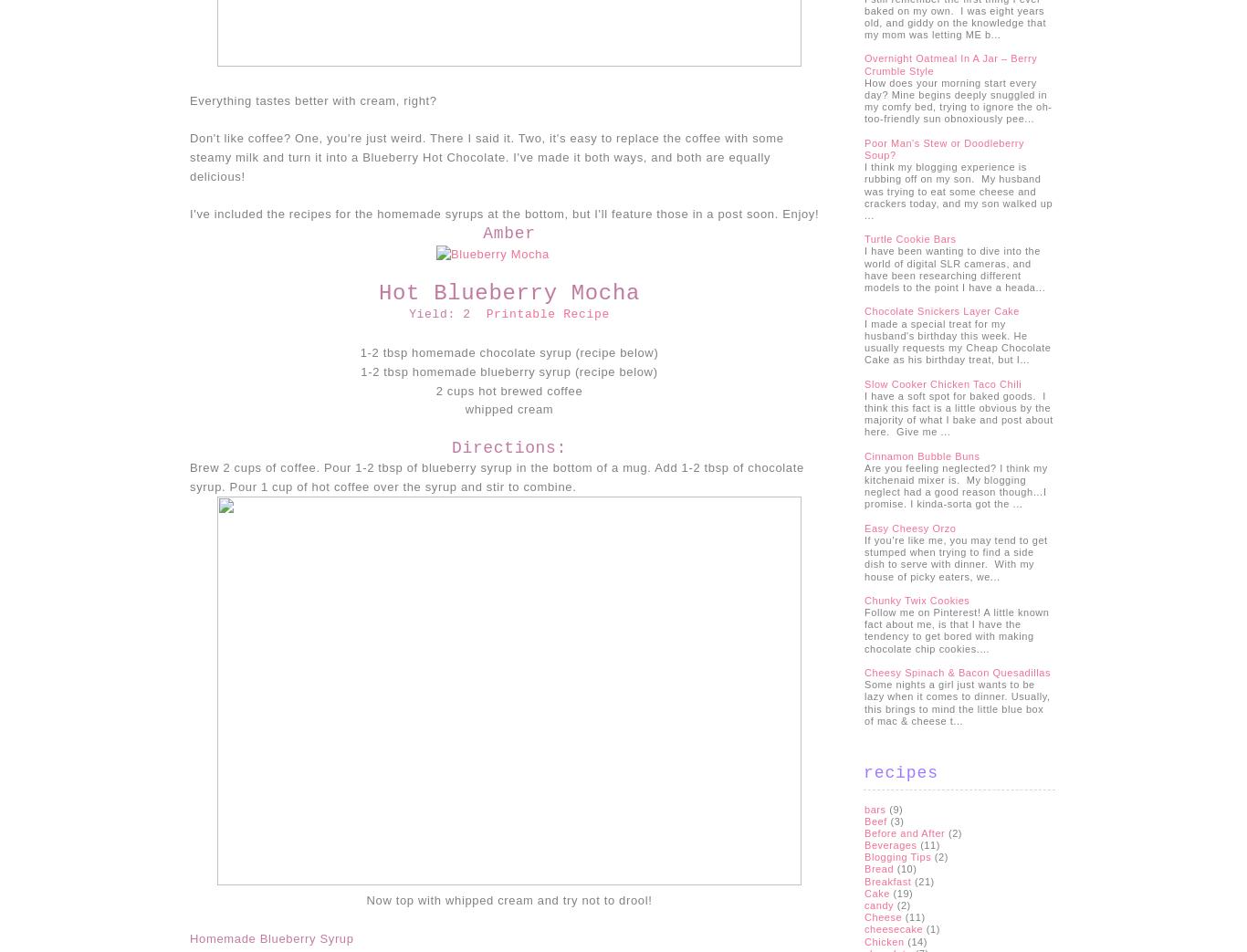 The width and height of the screenshot is (1247, 952). Describe the element at coordinates (865, 556) in the screenshot. I see `'If you’re like me, you may tend to get stumped when trying to find a side dish to serve with dinner.  With my house of picky eaters, we...'` at that location.